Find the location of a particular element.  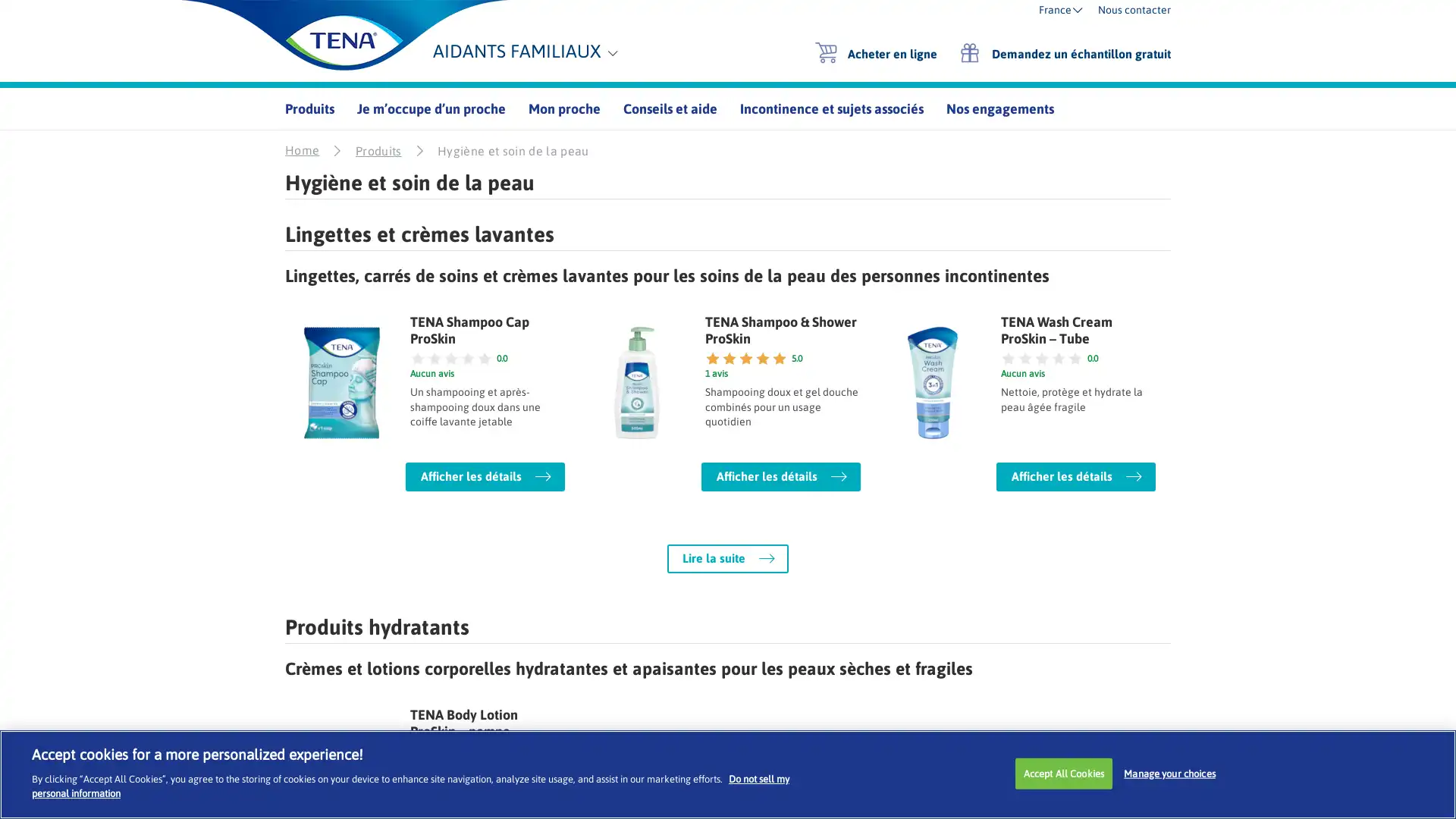

Conseils et aide is located at coordinates (669, 108).